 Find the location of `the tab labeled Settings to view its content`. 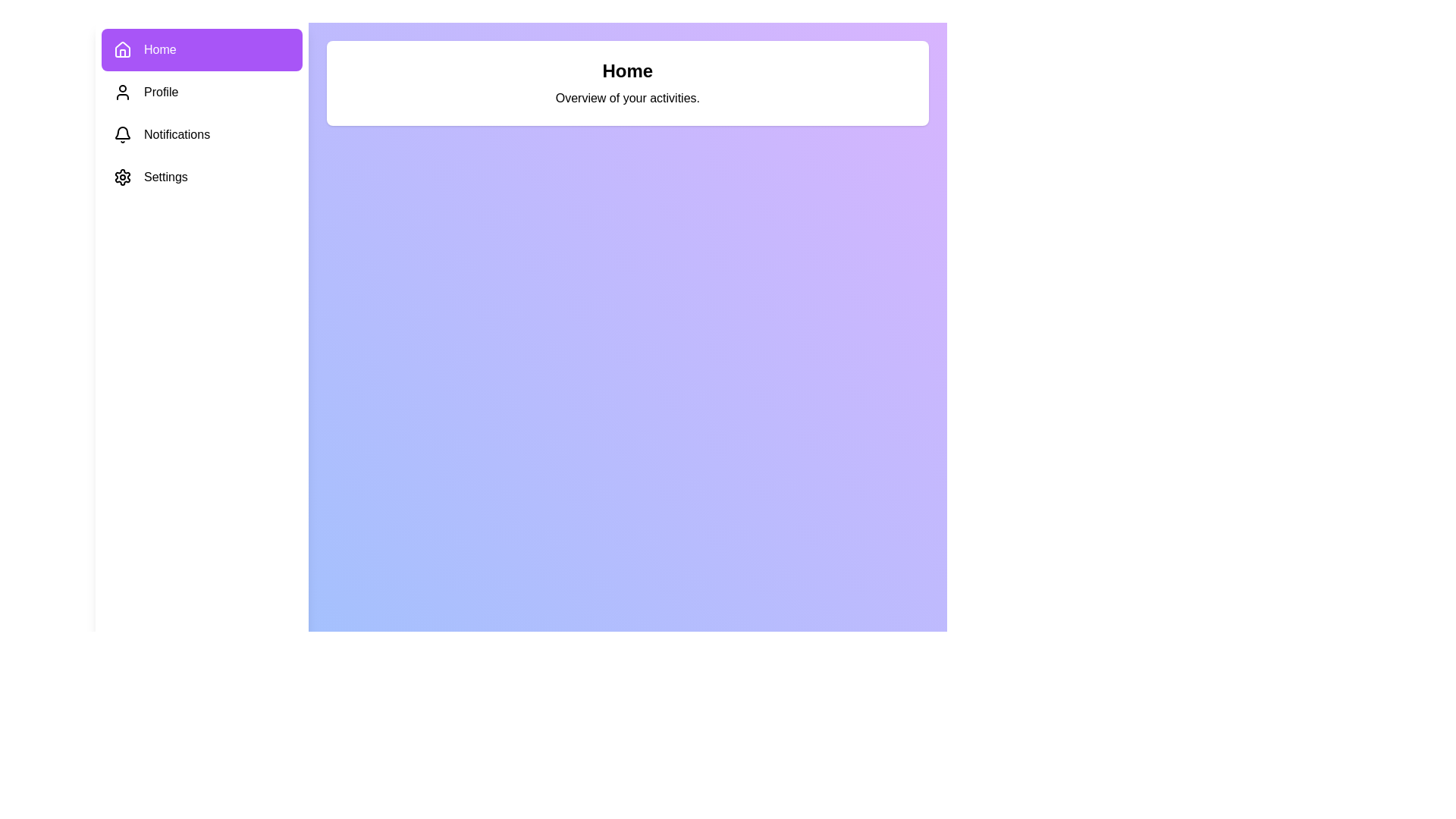

the tab labeled Settings to view its content is located at coordinates (201, 177).